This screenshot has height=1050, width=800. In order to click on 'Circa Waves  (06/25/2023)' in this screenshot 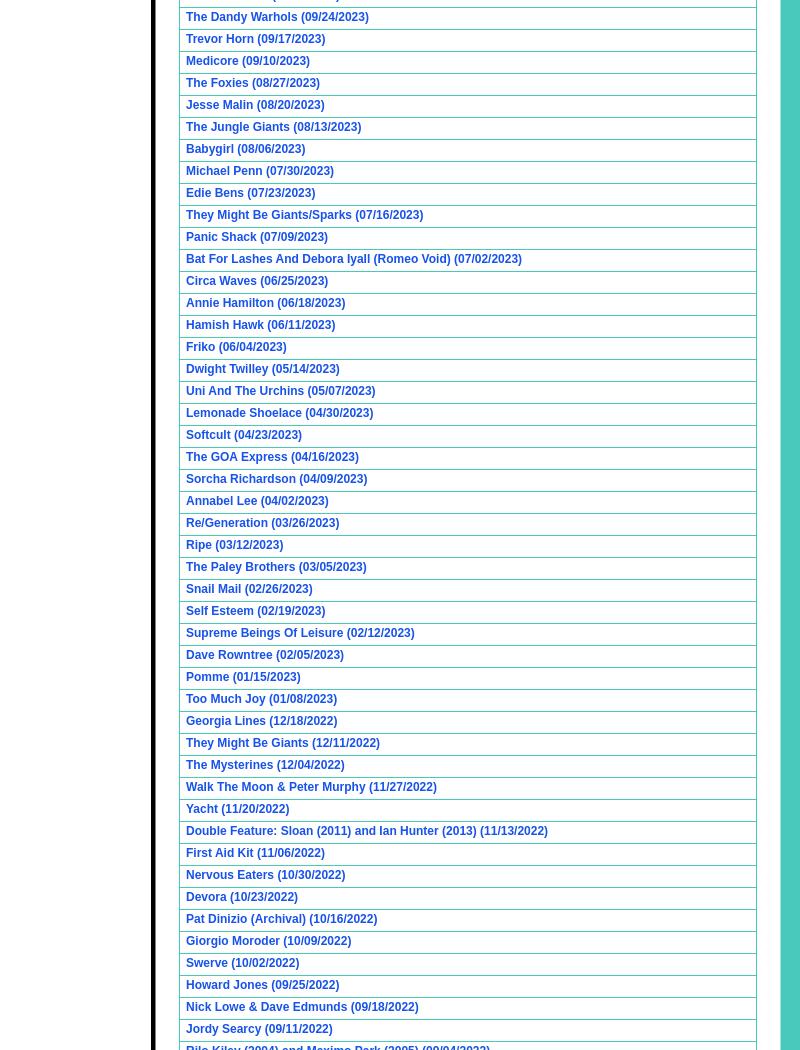, I will do `click(255, 279)`.